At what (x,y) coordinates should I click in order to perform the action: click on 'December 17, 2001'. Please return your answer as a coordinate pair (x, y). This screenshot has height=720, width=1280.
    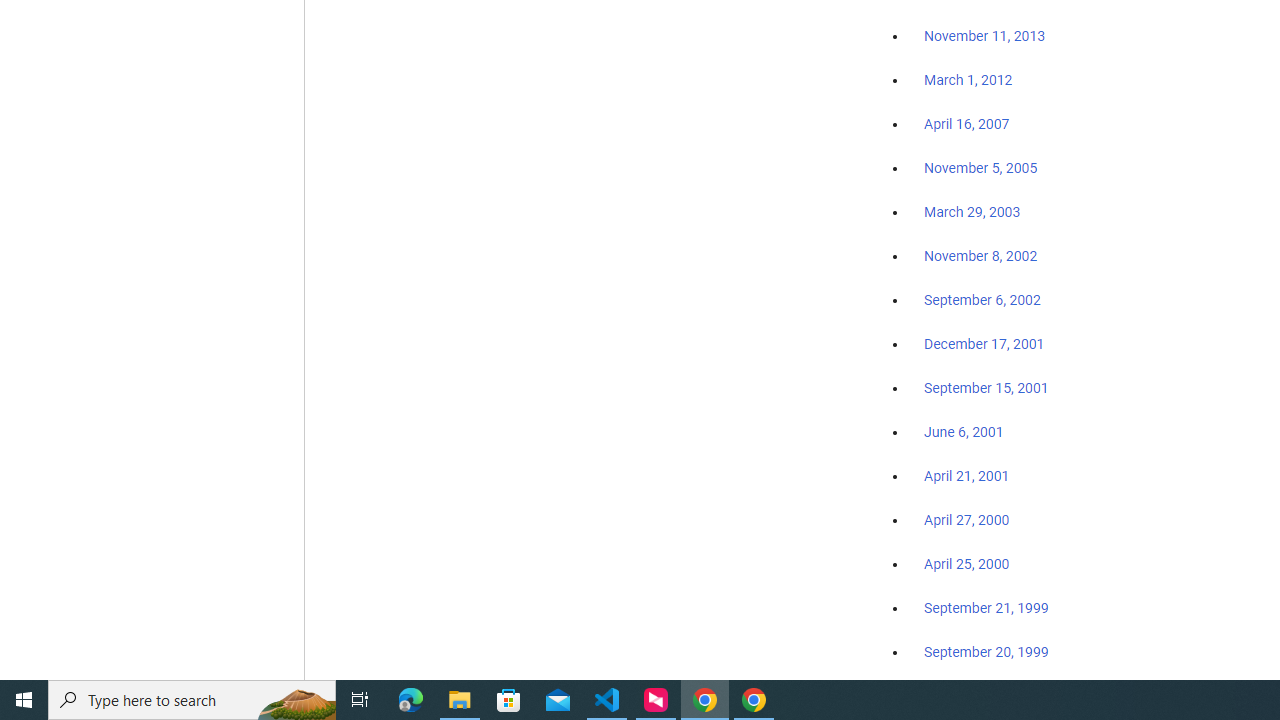
    Looking at the image, I should click on (984, 342).